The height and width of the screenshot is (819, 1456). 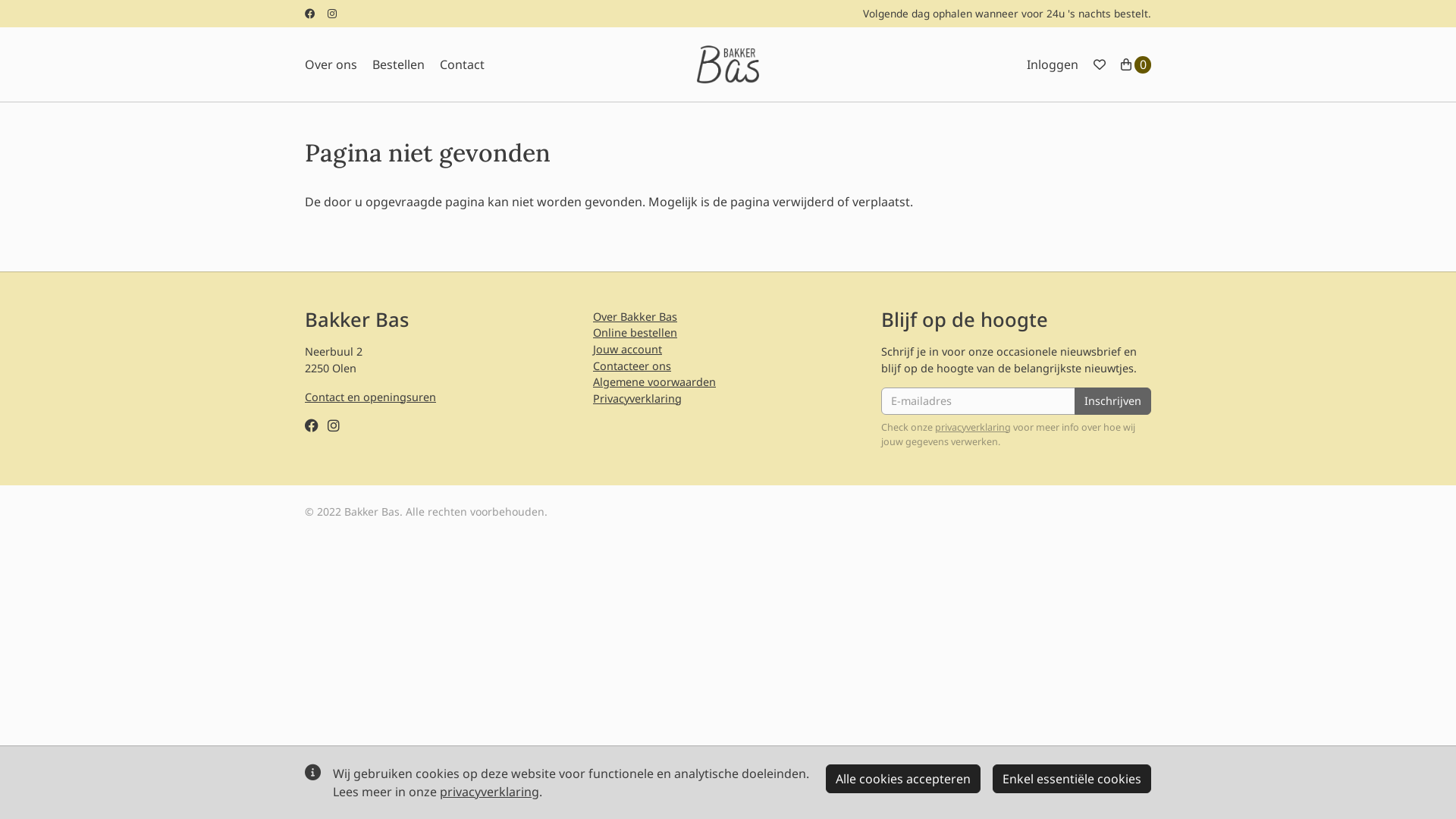 I want to click on 'Contacteer ons', so click(x=592, y=366).